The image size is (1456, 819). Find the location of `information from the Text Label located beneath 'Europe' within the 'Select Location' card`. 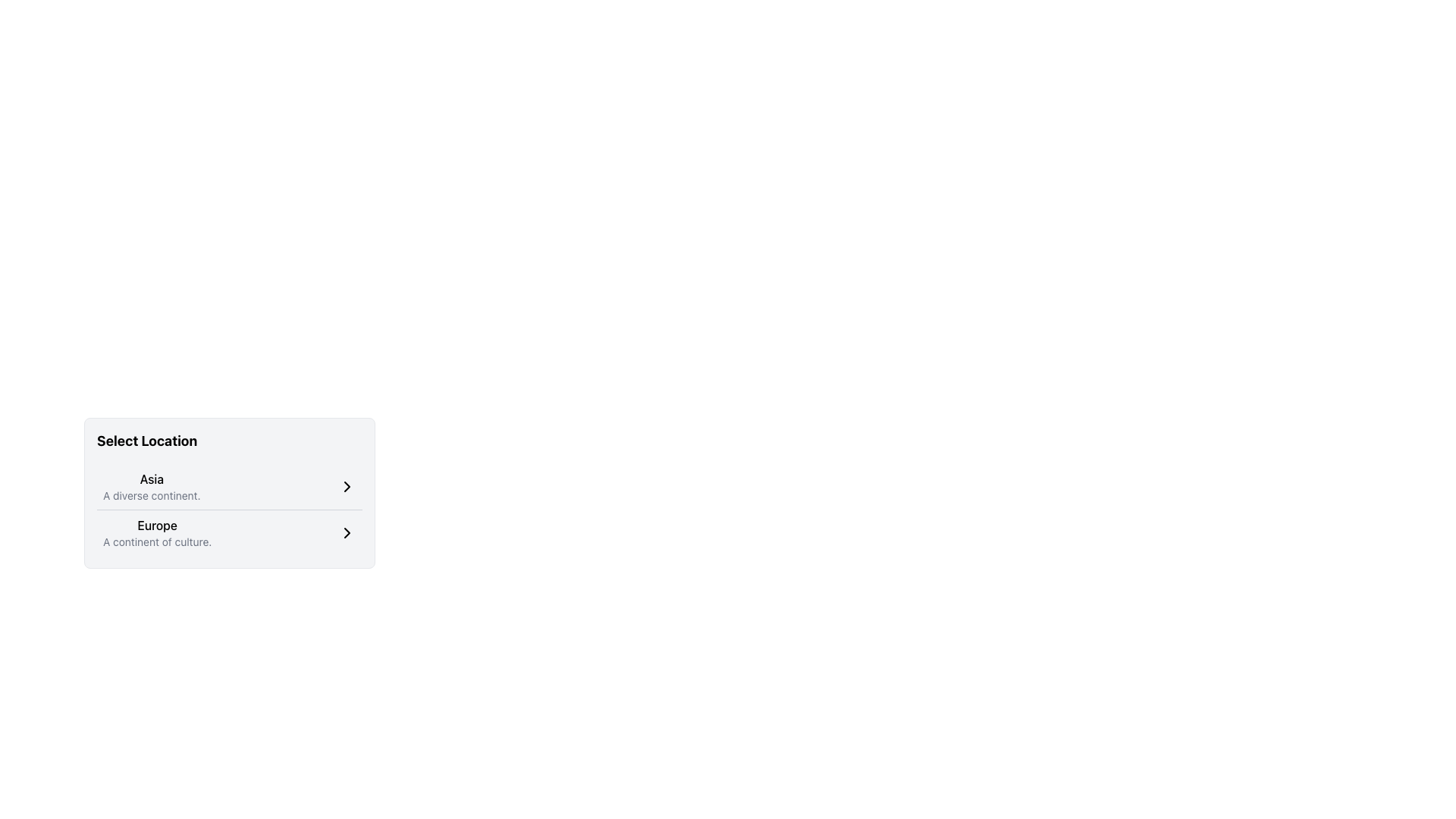

information from the Text Label located beneath 'Europe' within the 'Select Location' card is located at coordinates (157, 541).